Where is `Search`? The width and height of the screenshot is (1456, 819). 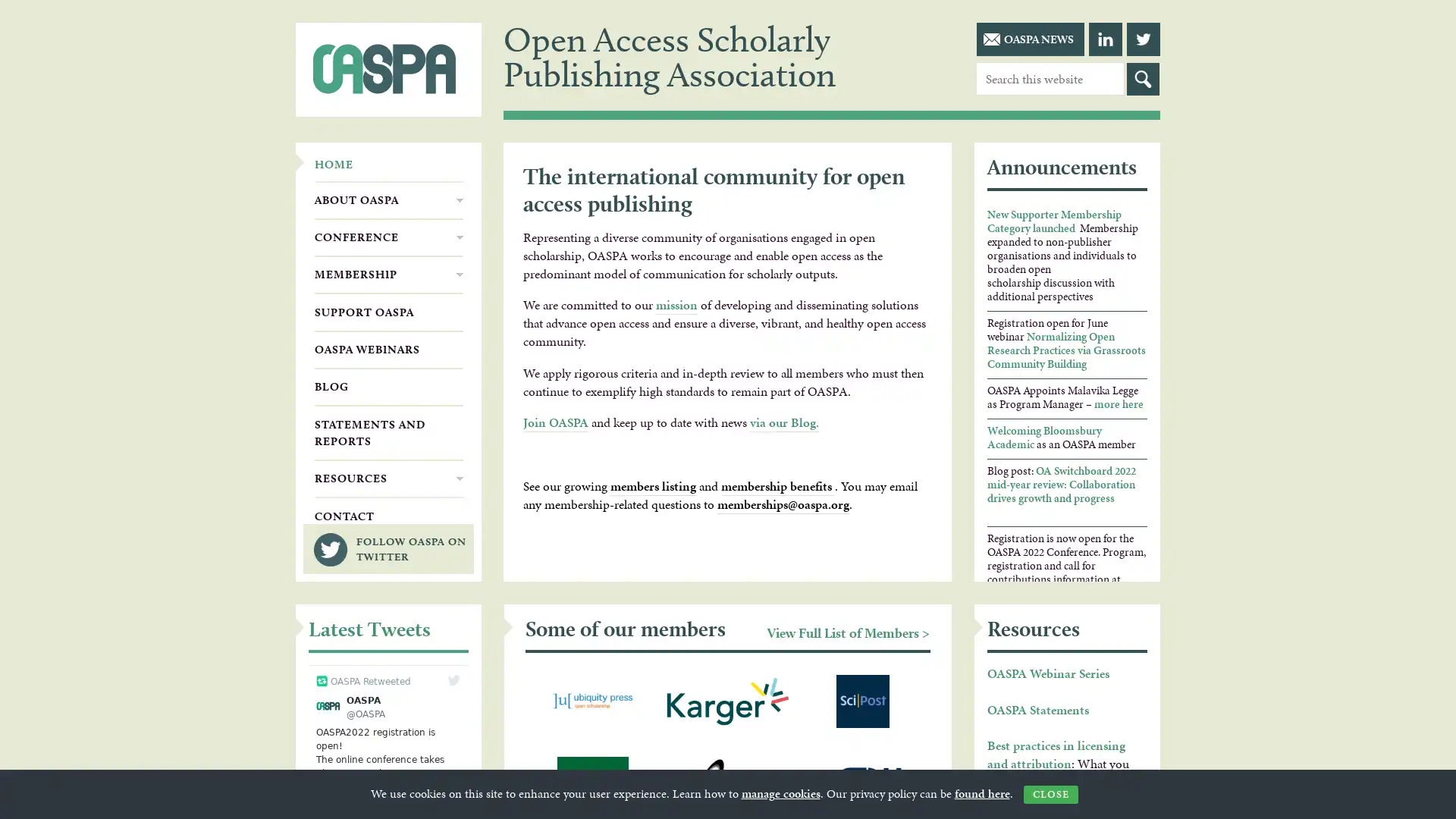 Search is located at coordinates (1143, 79).